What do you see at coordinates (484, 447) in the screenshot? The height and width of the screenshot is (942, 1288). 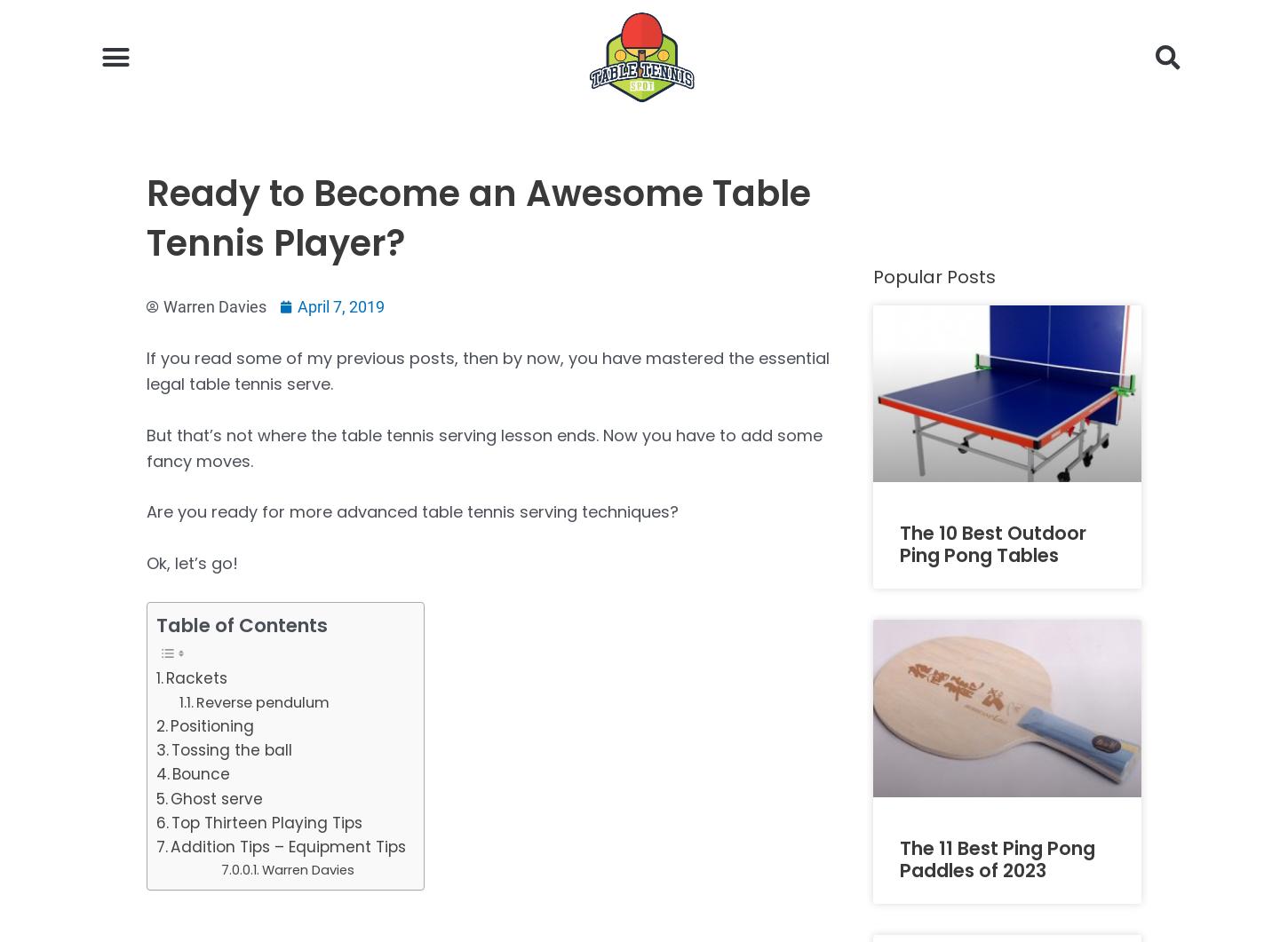 I see `'But that’s not where the table tennis serving lesson ends. Now you have to add some fancy moves.'` at bounding box center [484, 447].